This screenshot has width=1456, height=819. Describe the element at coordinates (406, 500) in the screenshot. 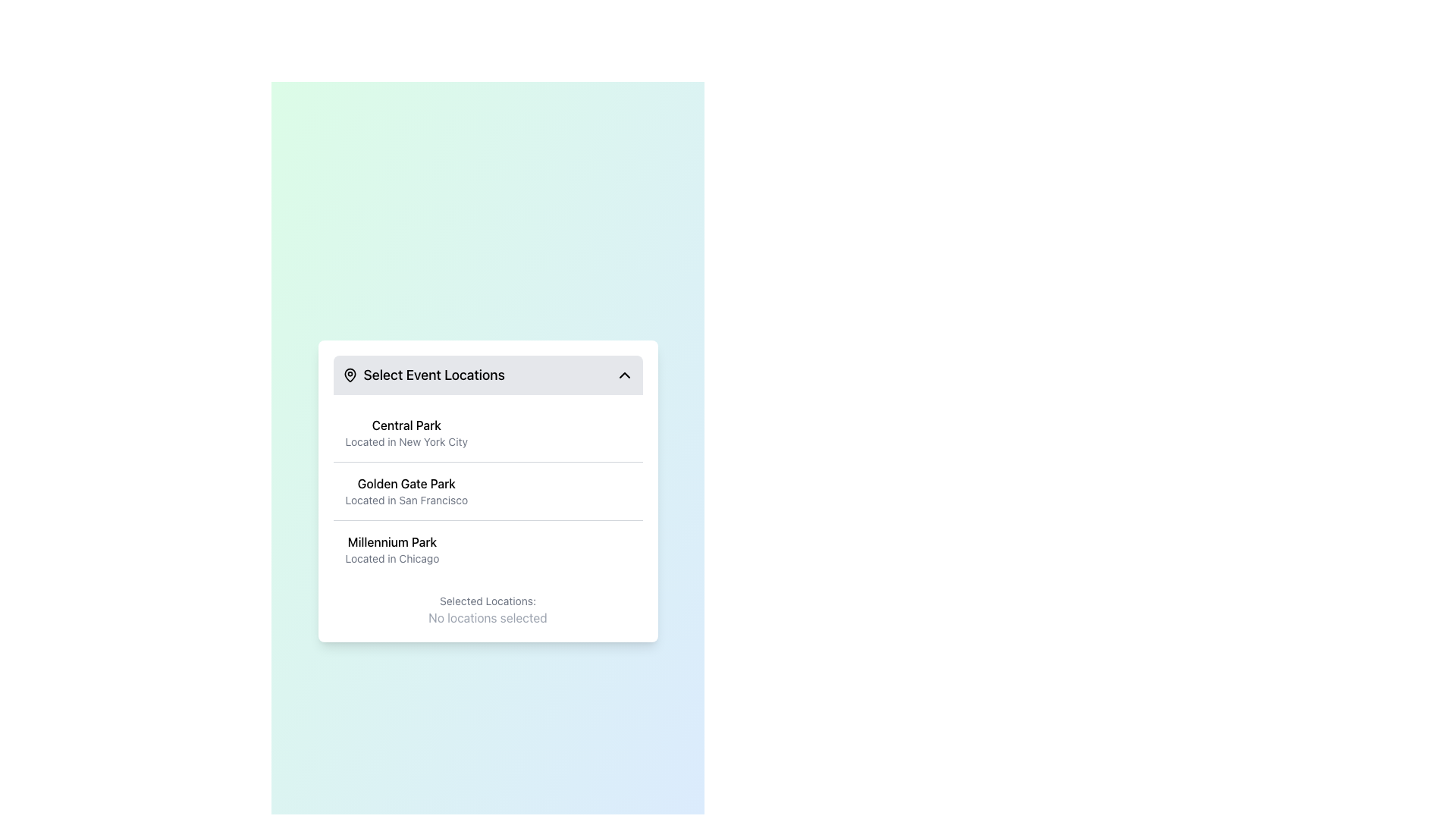

I see `the informative label that describes the location 'Golden Gate Park' in San Francisco, which is positioned directly below the text 'Golden Gate Park'` at that location.